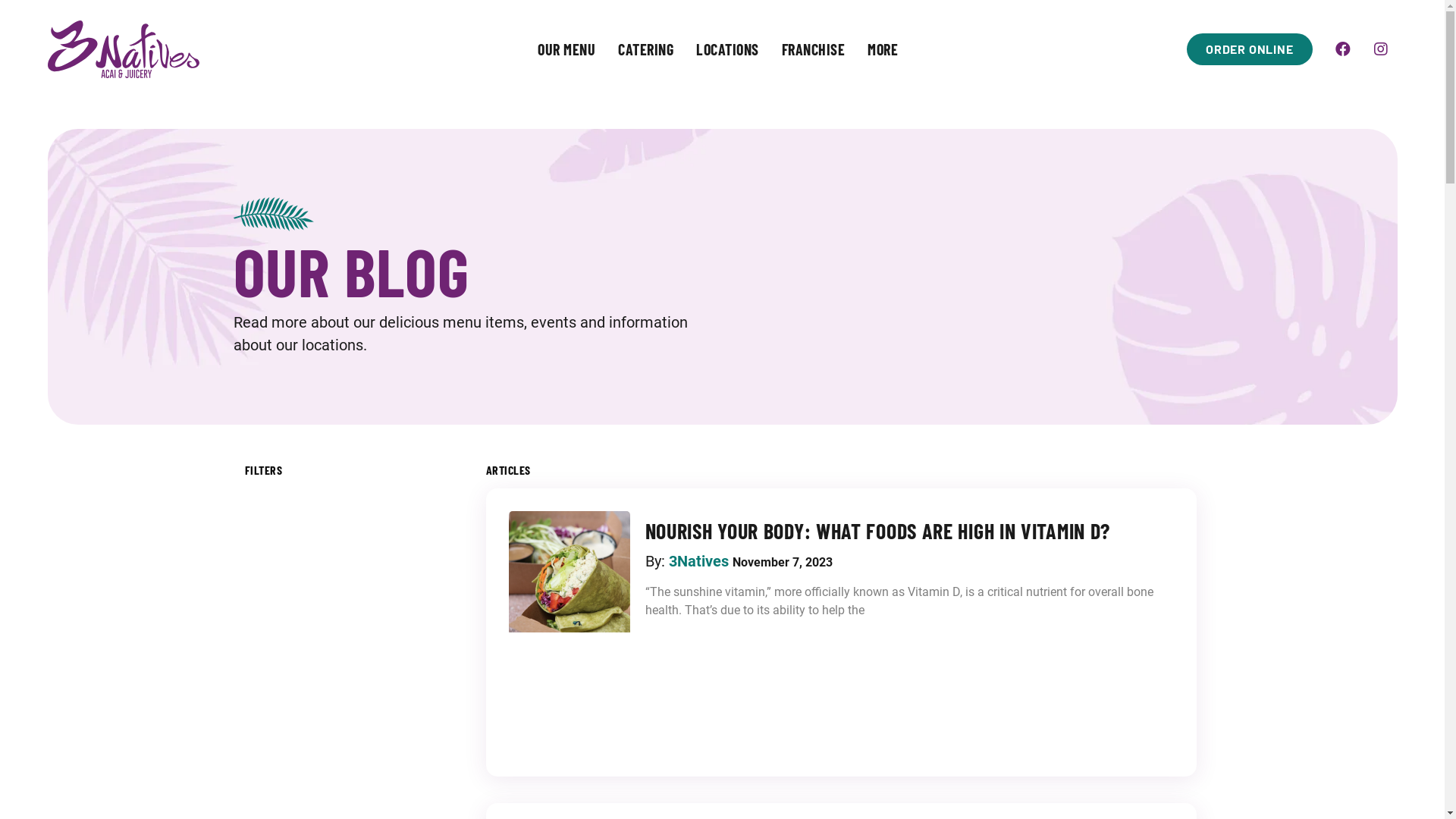  What do you see at coordinates (726, 49) in the screenshot?
I see `'LOCATIONS'` at bounding box center [726, 49].